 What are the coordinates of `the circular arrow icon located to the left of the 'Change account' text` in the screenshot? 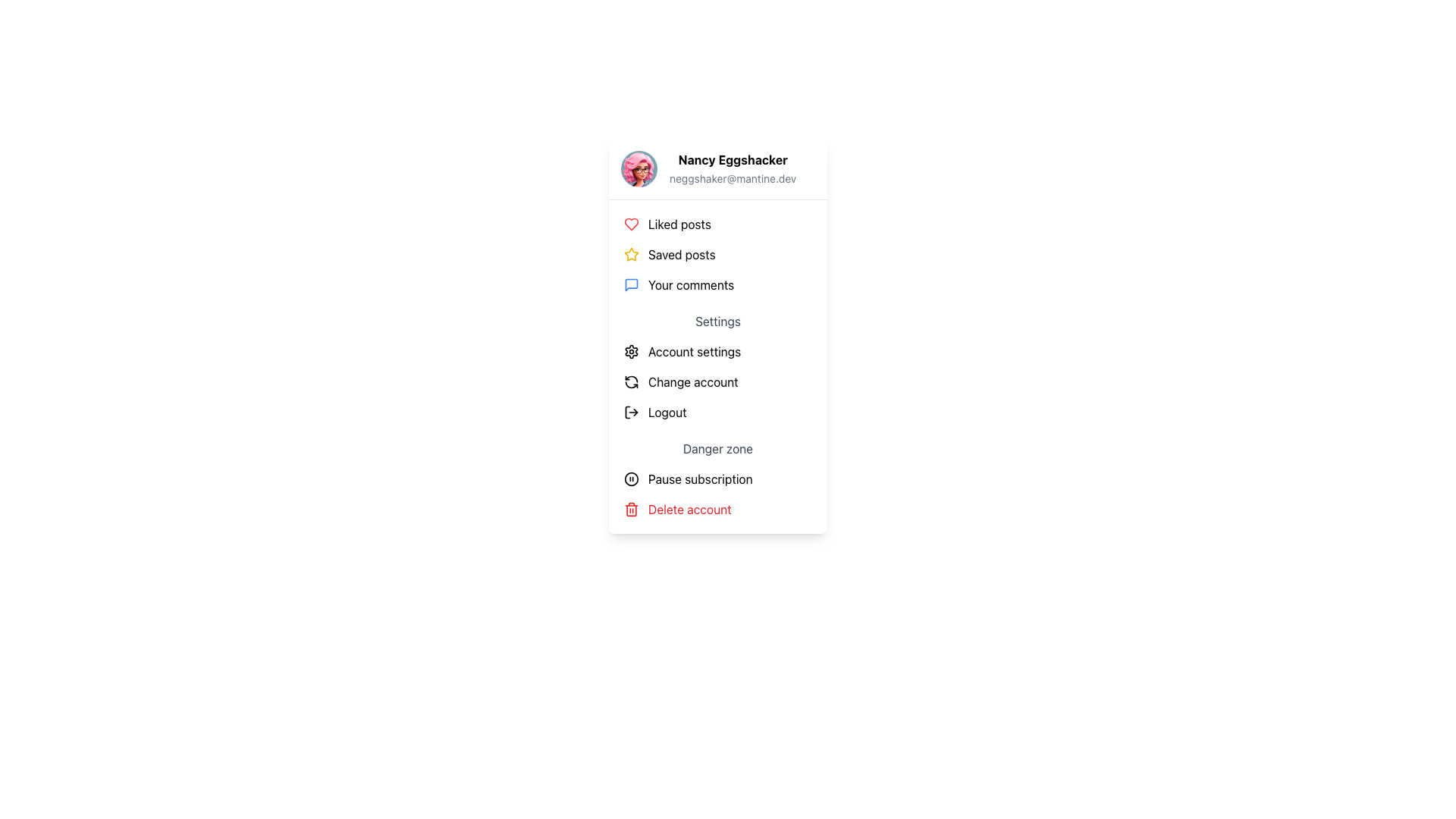 It's located at (632, 381).